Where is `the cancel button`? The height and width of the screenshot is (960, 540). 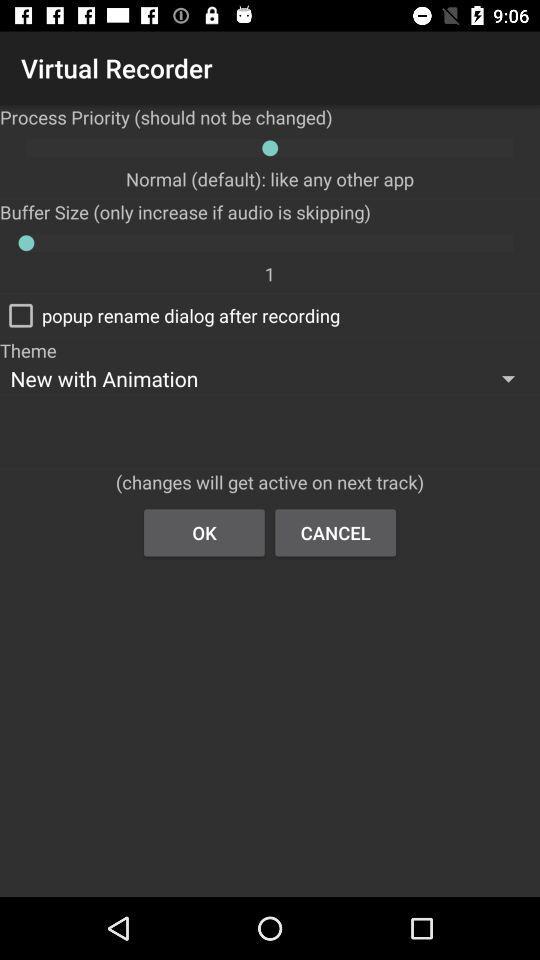
the cancel button is located at coordinates (335, 531).